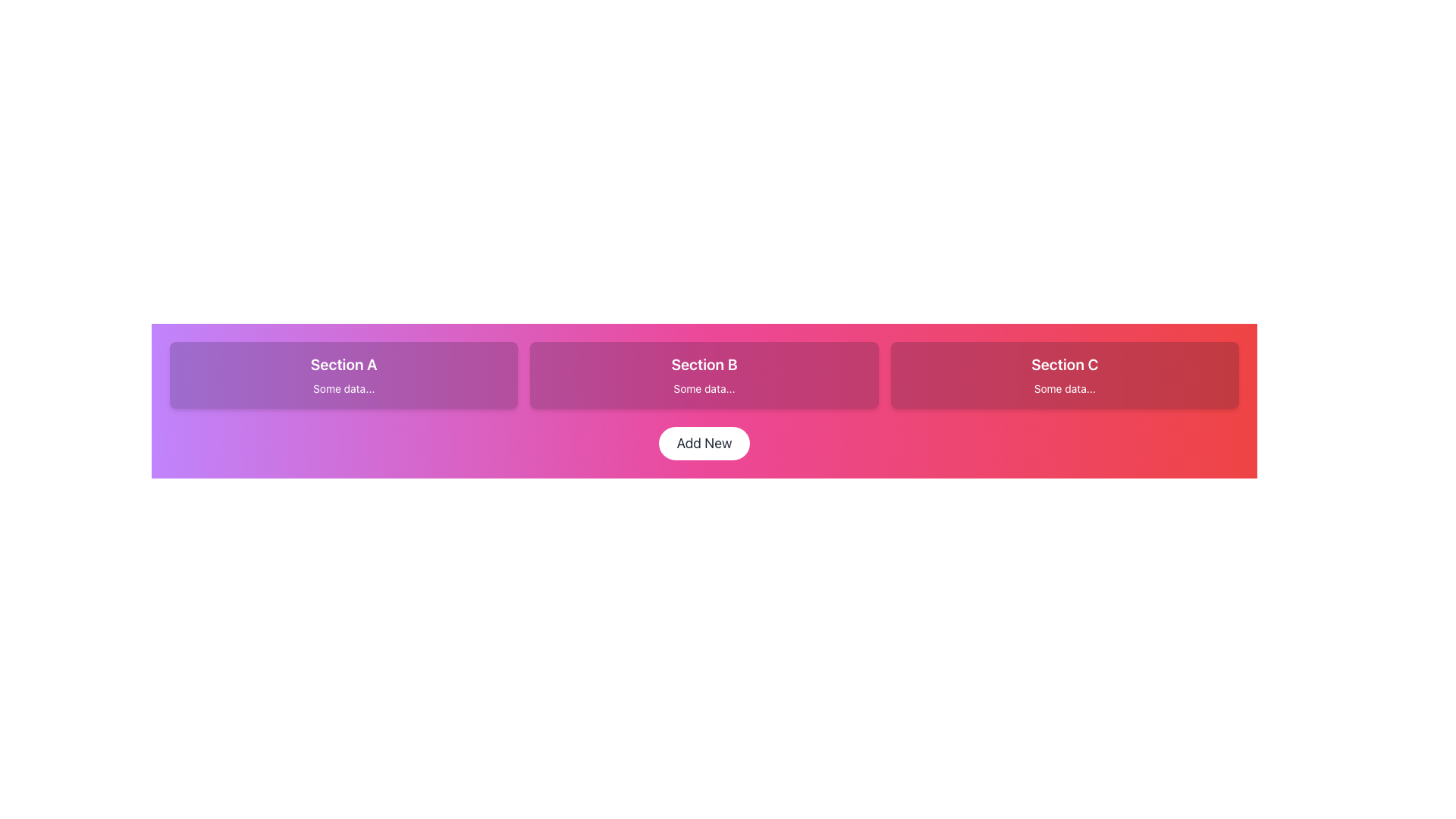  Describe the element at coordinates (1064, 365) in the screenshot. I see `the bold text element displaying 'Section C' styled with a white font color against a gradient red background, which is the title in the third card of three horizontal cards` at that location.